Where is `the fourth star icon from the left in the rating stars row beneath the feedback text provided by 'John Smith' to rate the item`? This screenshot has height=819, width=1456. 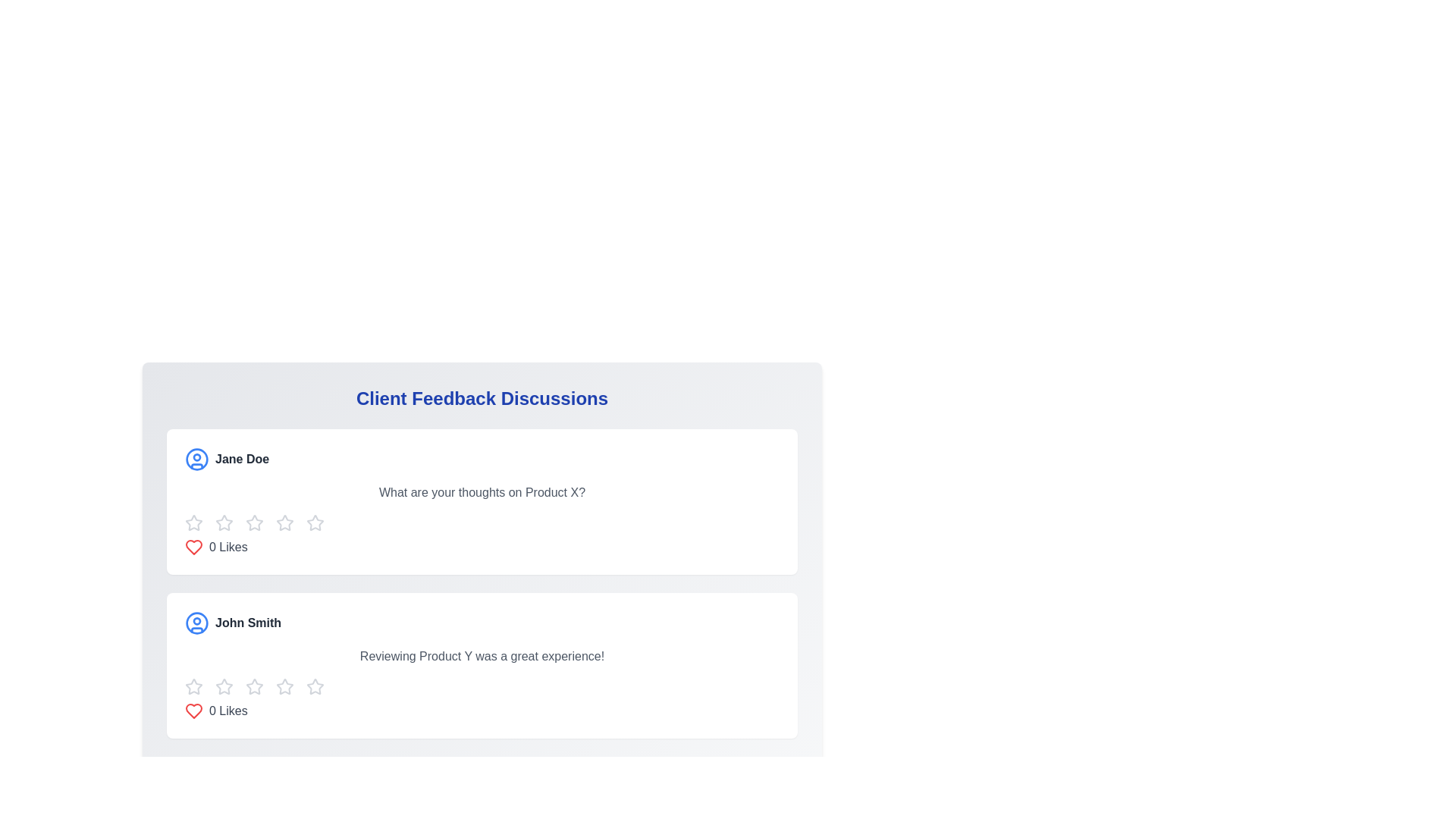 the fourth star icon from the left in the rating stars row beneath the feedback text provided by 'John Smith' to rate the item is located at coordinates (315, 686).